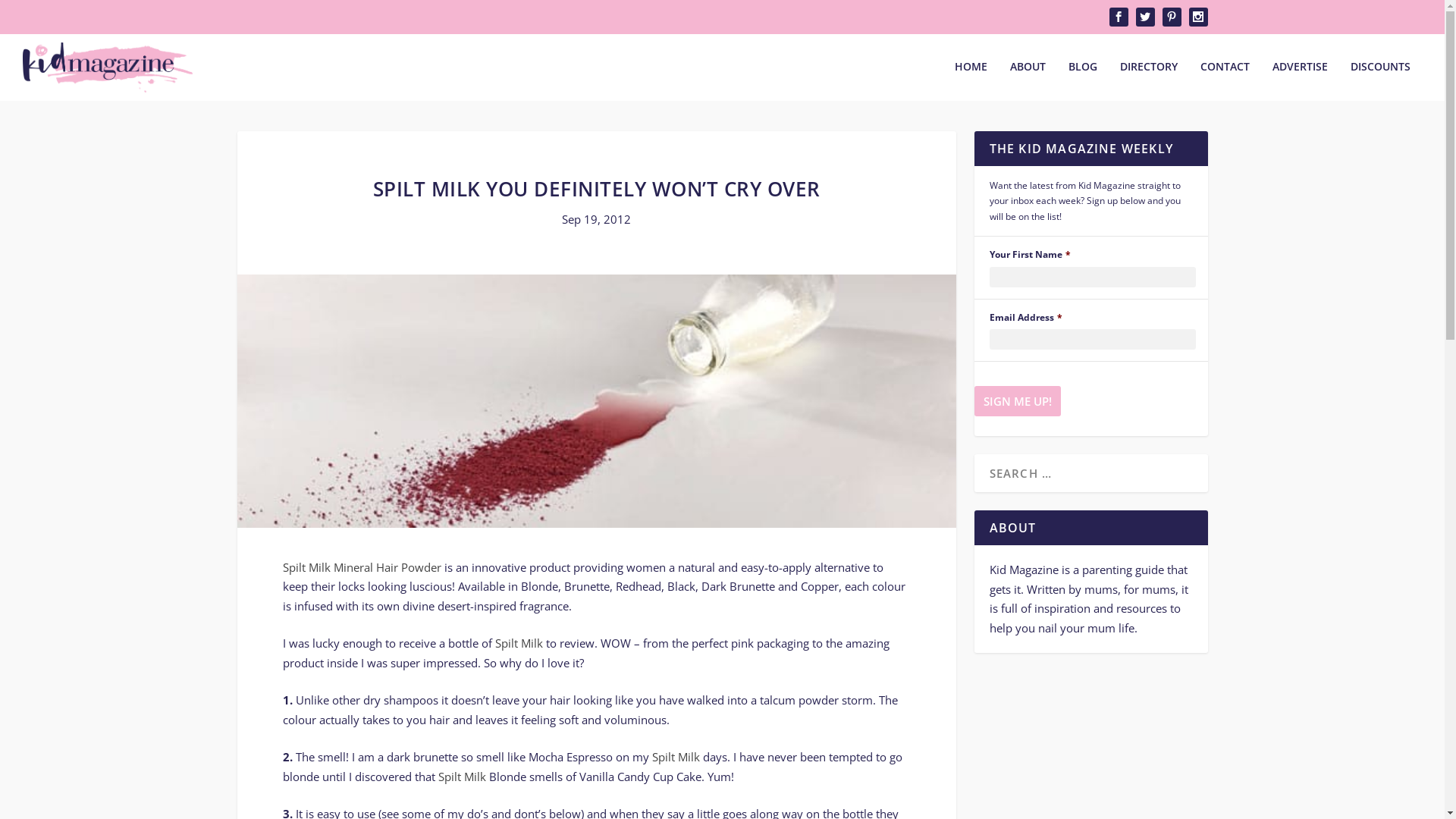 The image size is (1456, 819). What do you see at coordinates (1016, 400) in the screenshot?
I see `'Sign me up!'` at bounding box center [1016, 400].